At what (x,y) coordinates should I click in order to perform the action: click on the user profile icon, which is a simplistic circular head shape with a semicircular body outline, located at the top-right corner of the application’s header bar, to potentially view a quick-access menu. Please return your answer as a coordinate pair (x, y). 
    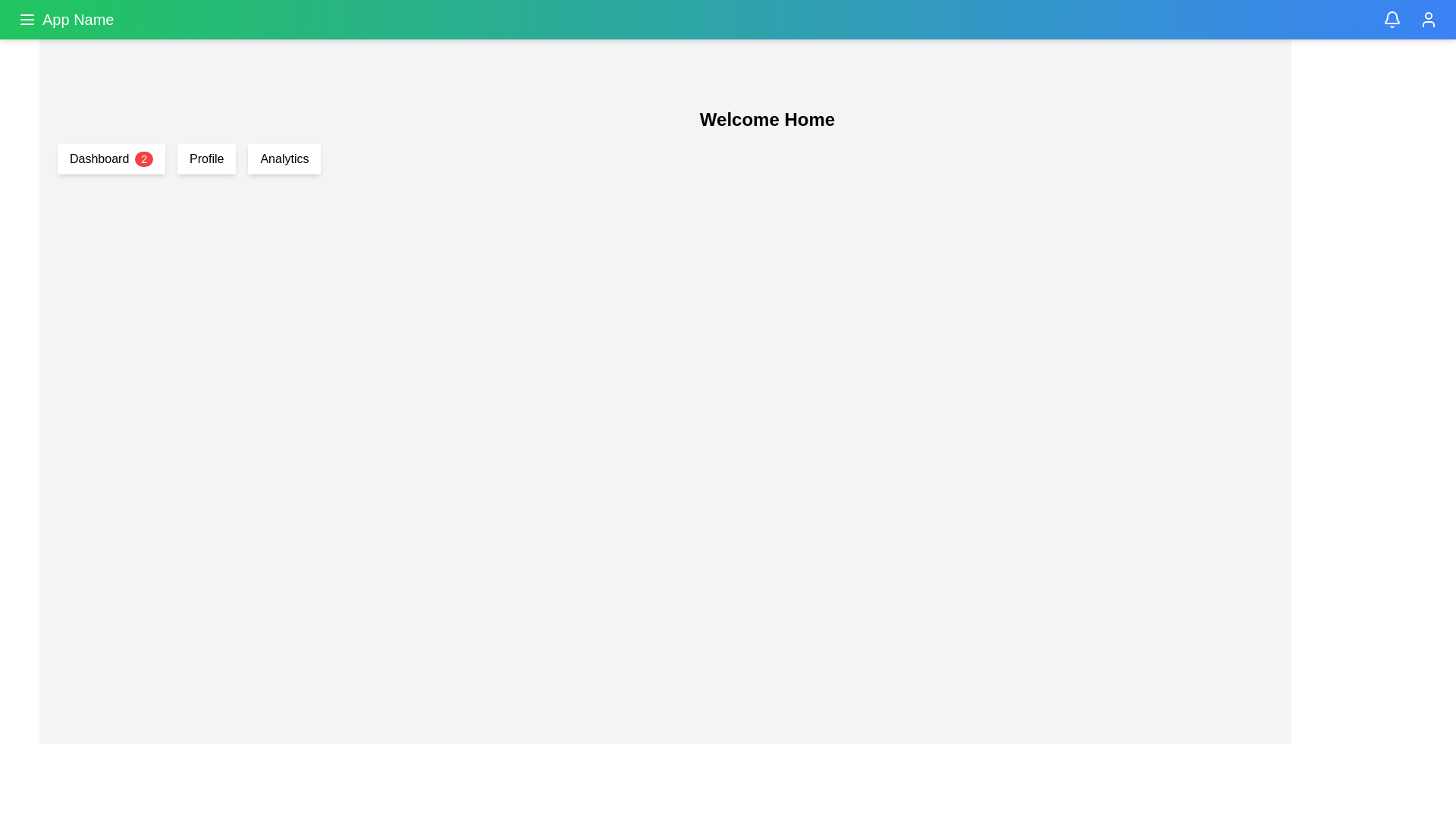
    Looking at the image, I should click on (1427, 20).